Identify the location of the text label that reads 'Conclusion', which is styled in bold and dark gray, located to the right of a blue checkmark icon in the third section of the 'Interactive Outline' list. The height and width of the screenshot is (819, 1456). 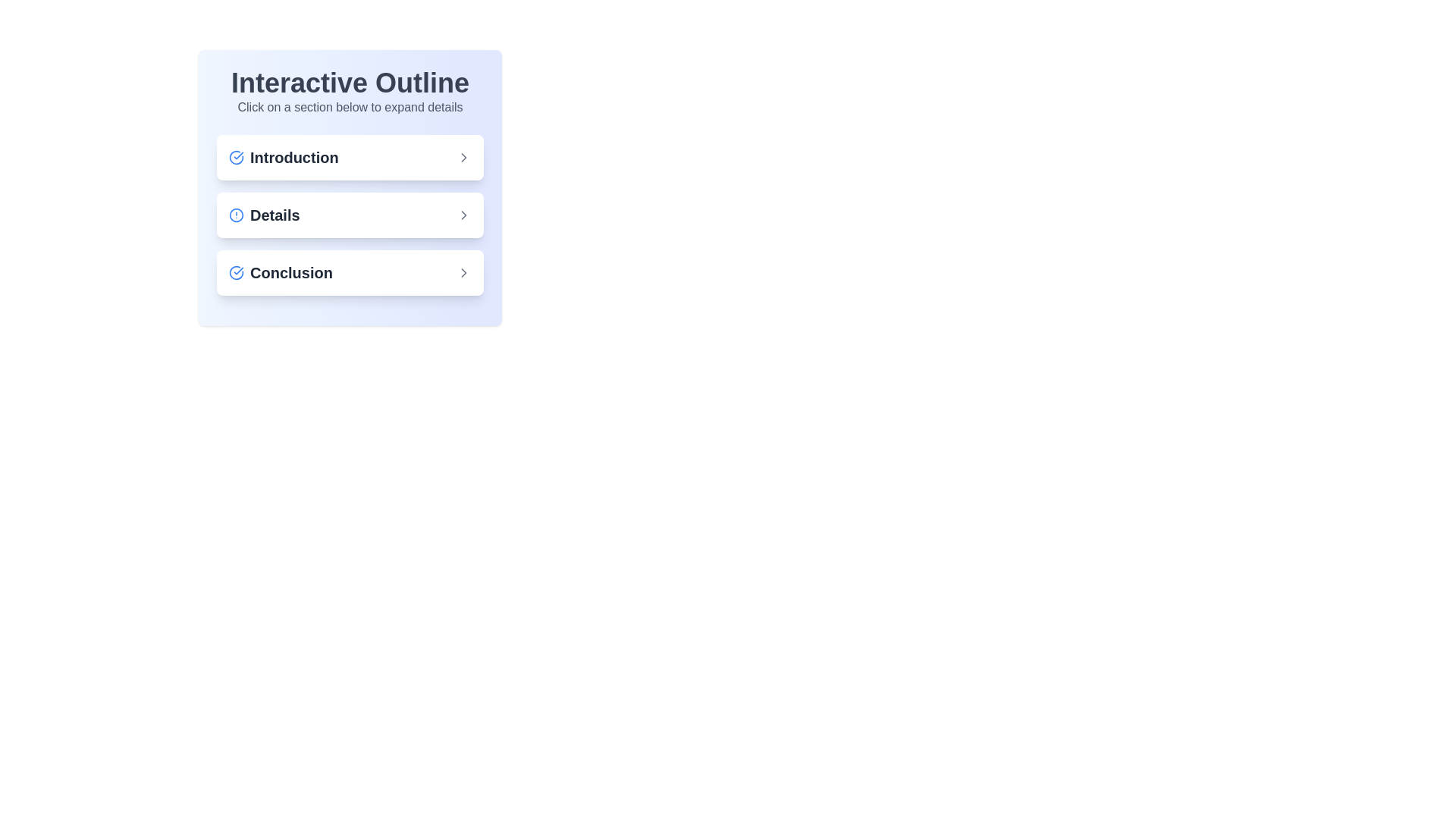
(291, 271).